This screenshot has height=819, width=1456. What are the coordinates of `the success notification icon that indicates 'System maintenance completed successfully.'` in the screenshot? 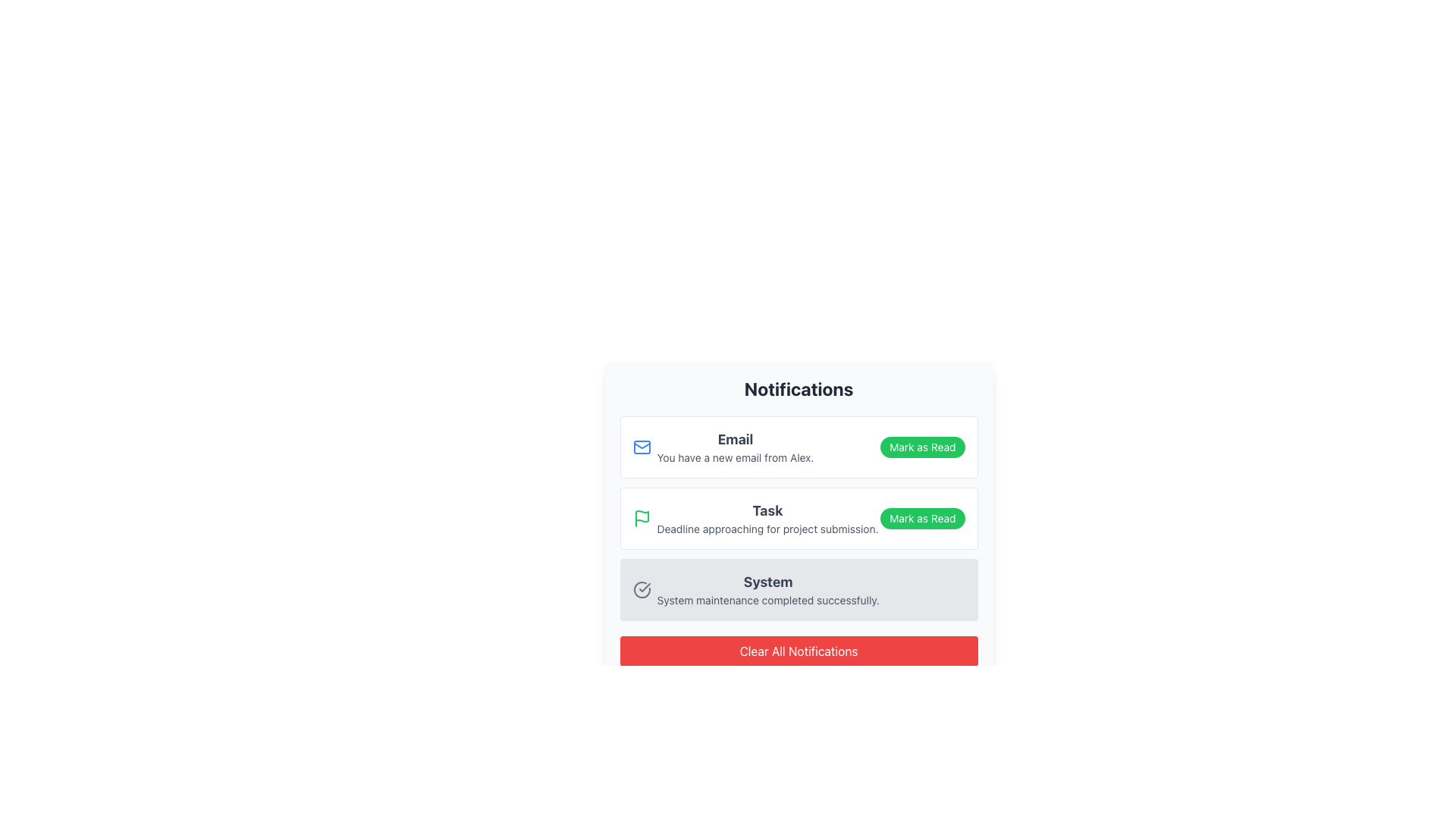 It's located at (642, 589).